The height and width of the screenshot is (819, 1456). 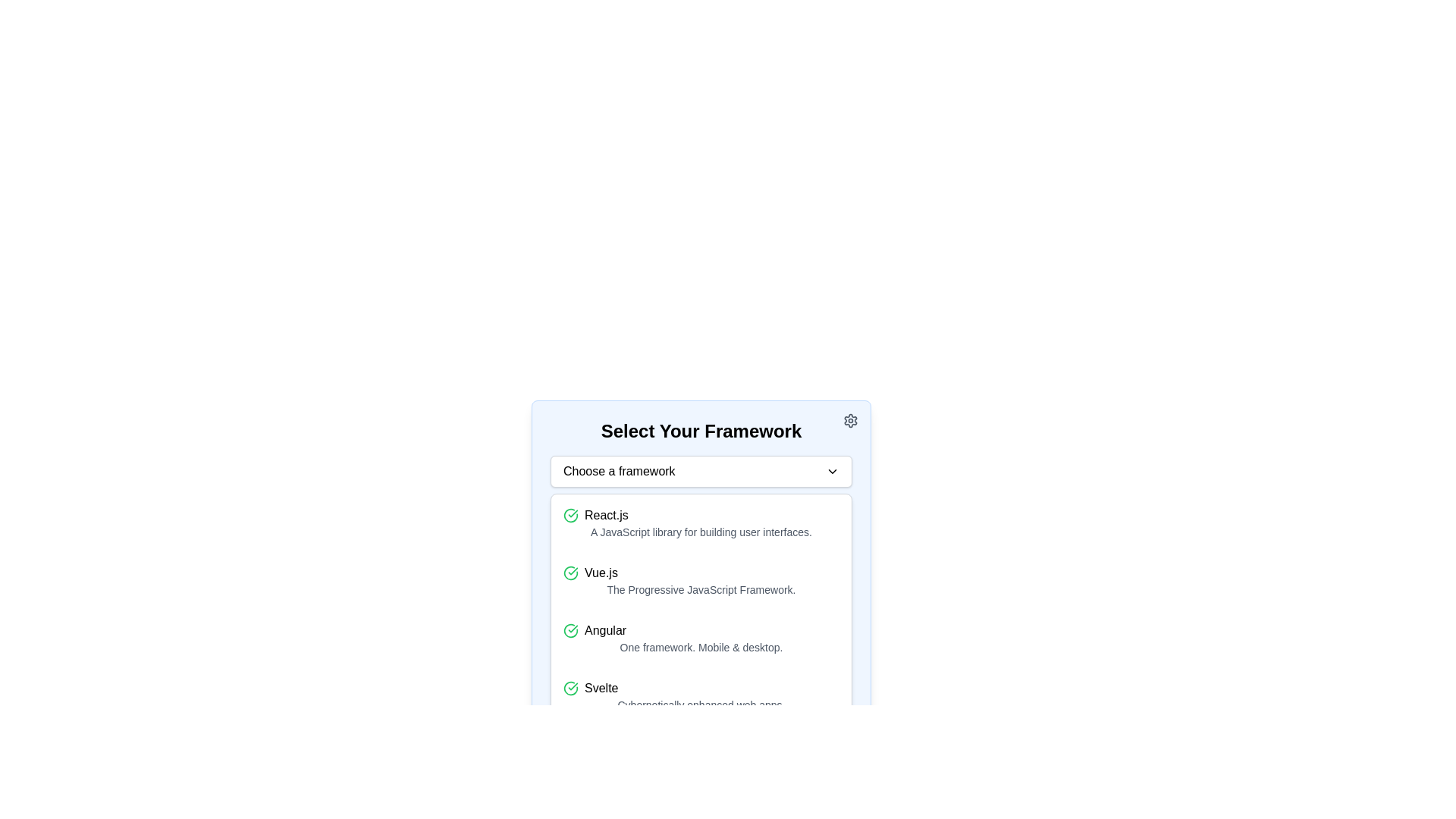 What do you see at coordinates (570, 631) in the screenshot?
I see `the icon representing the successful selection of 'Angular'` at bounding box center [570, 631].